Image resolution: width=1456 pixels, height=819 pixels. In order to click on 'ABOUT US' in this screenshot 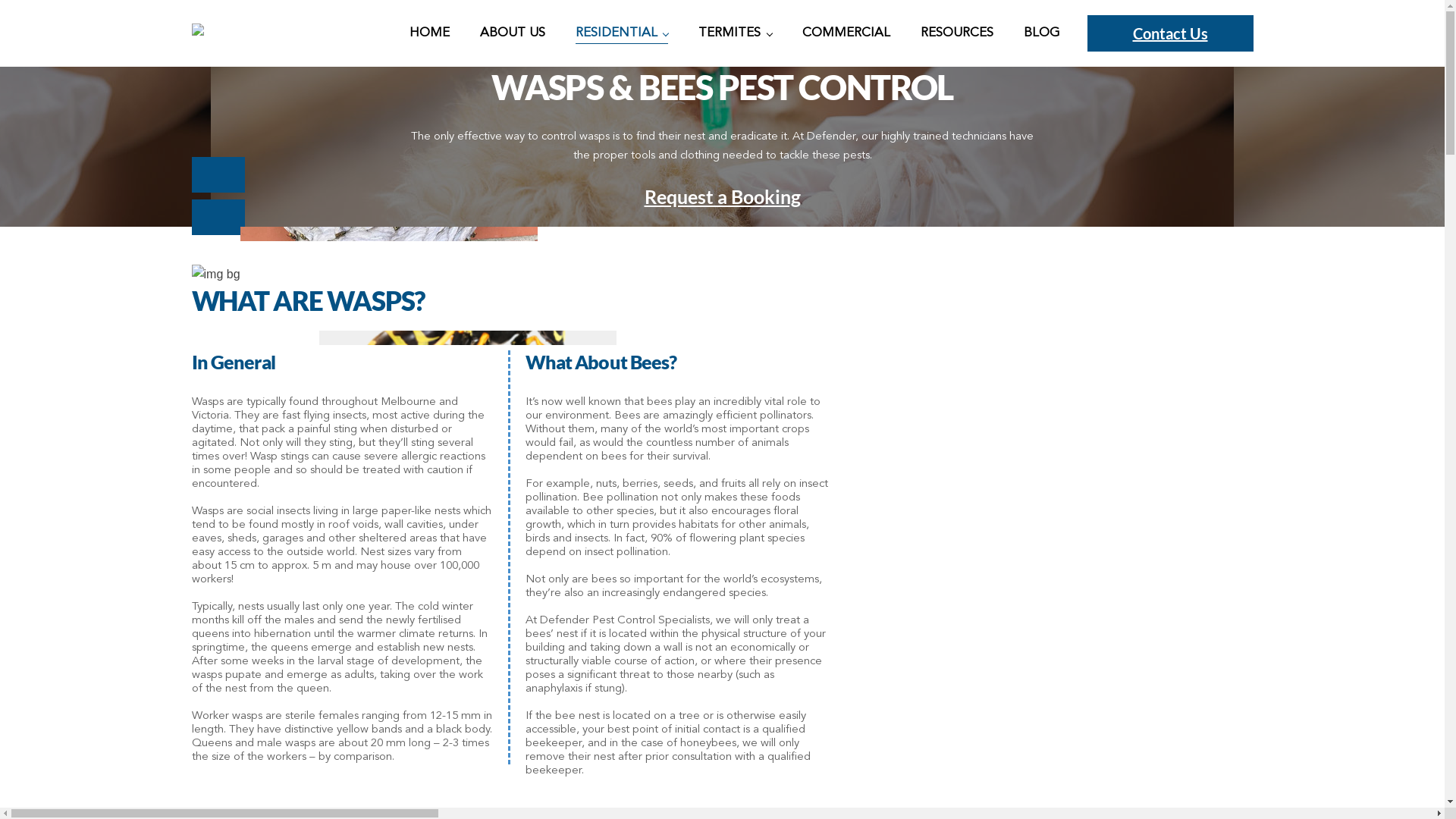, I will do `click(513, 33)`.